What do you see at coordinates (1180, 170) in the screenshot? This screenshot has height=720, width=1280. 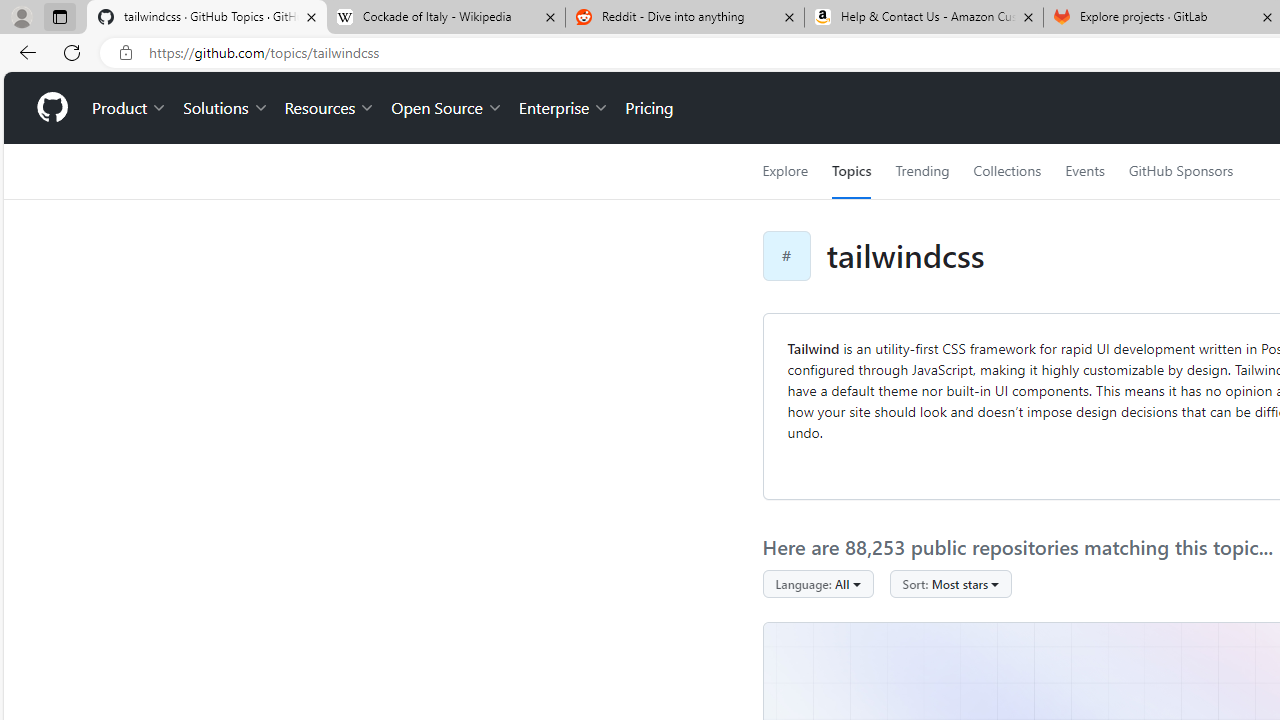 I see `'GitHub Sponsors'` at bounding box center [1180, 170].